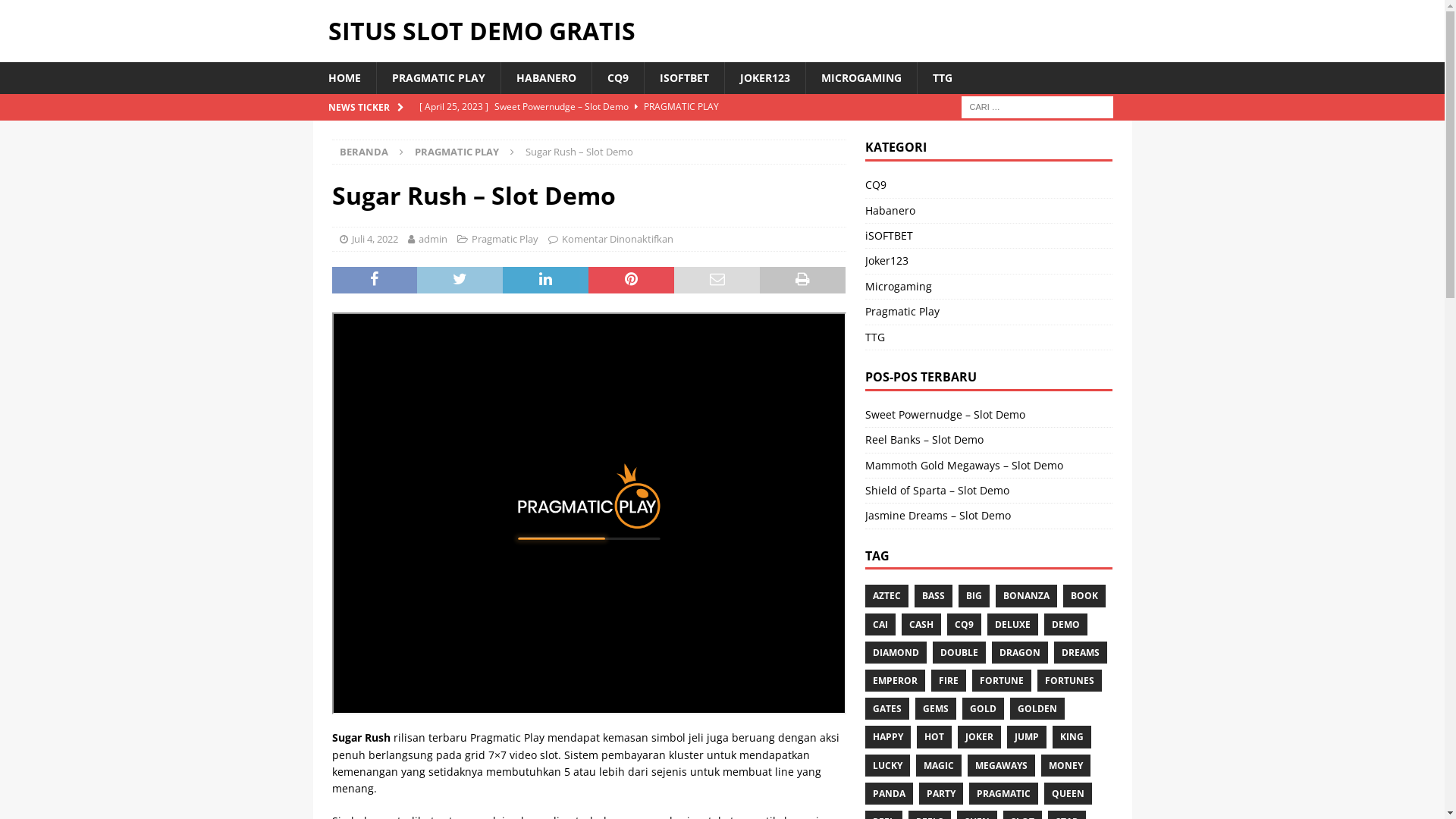  What do you see at coordinates (1065, 624) in the screenshot?
I see `'DEMO'` at bounding box center [1065, 624].